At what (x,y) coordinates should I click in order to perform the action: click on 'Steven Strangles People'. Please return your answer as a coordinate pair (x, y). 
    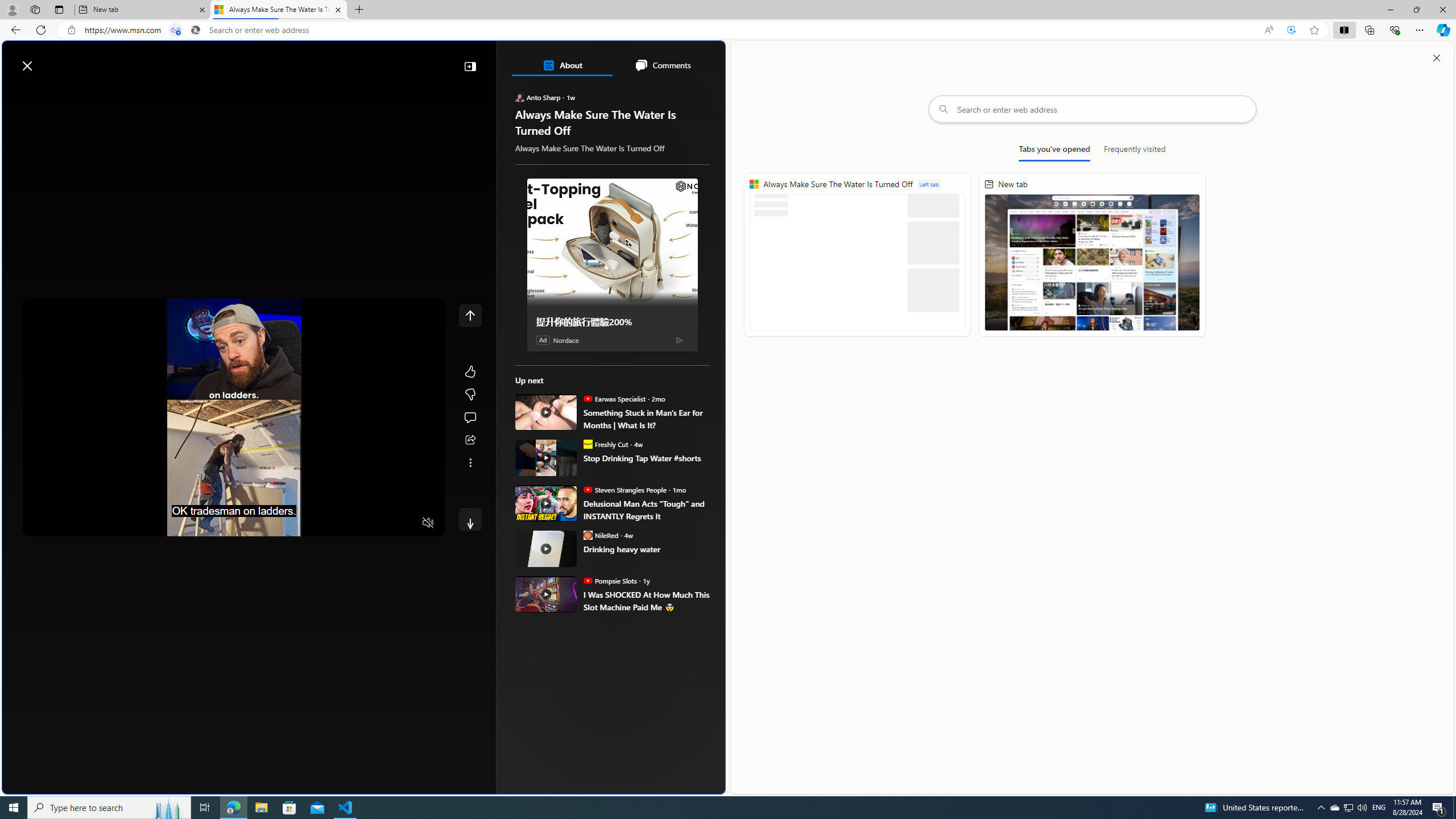
    Looking at the image, I should click on (586, 489).